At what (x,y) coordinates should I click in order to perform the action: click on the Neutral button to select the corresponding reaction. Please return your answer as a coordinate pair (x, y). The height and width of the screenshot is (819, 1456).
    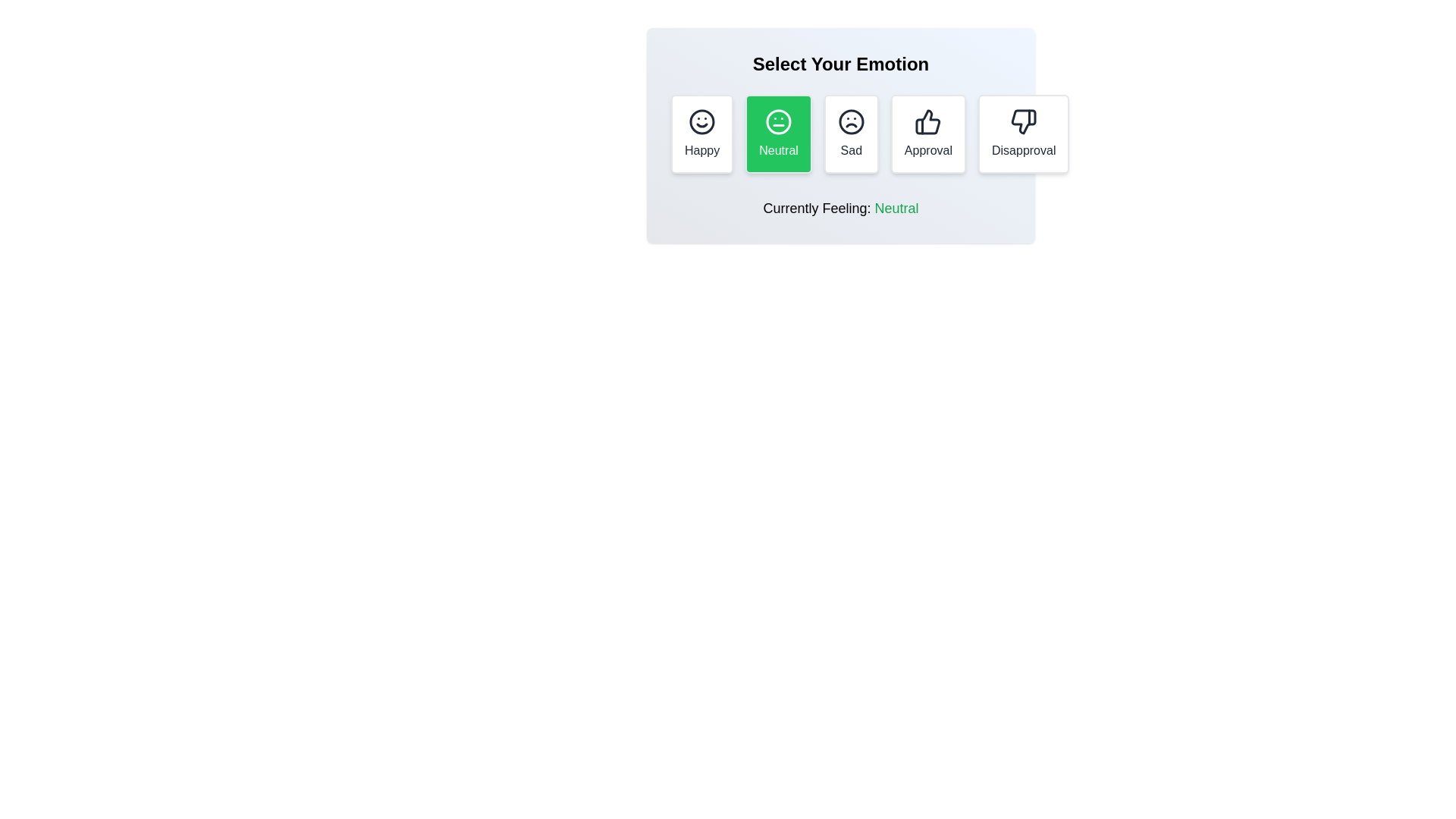
    Looking at the image, I should click on (779, 133).